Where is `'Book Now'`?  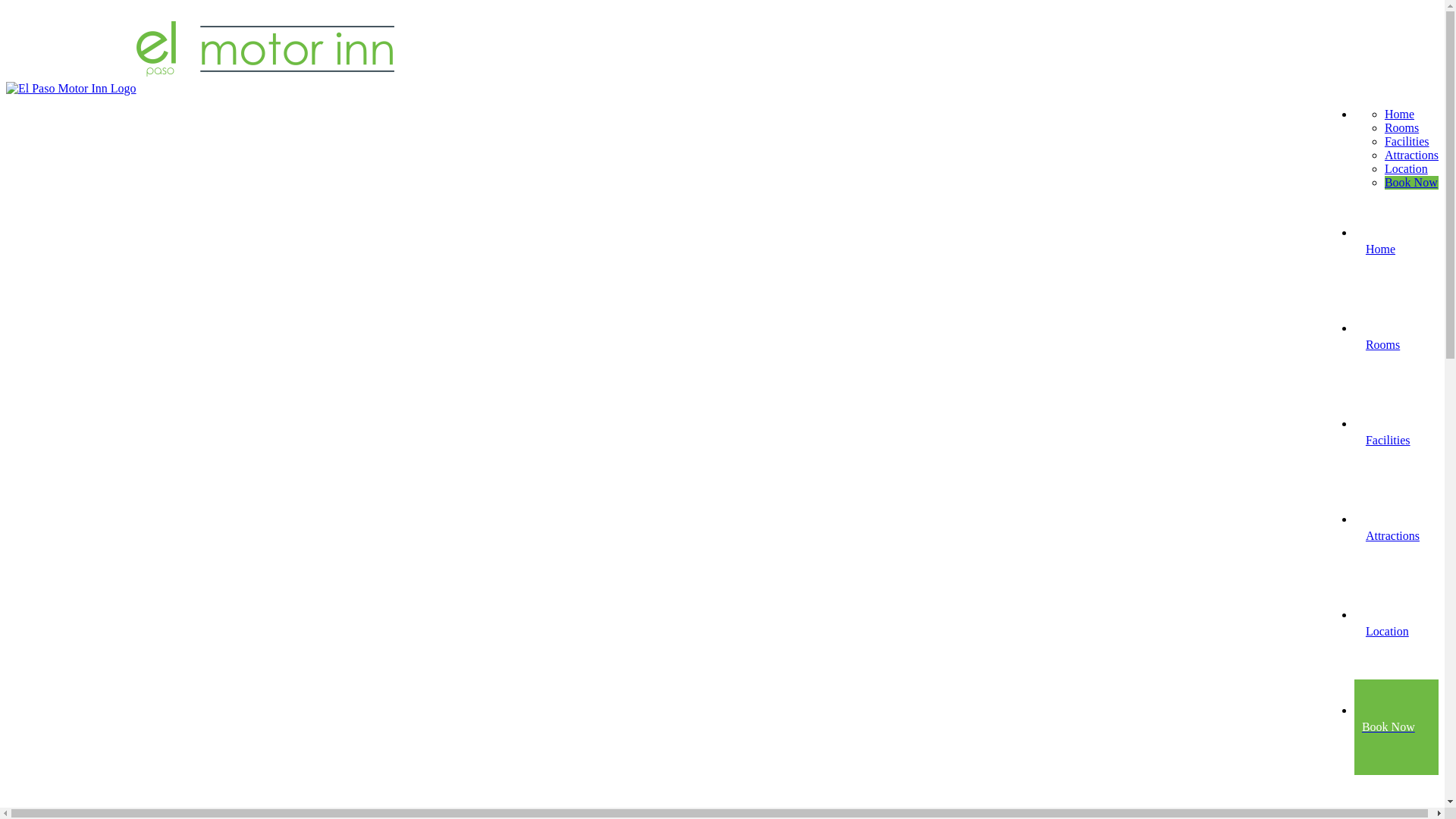
'Book Now' is located at coordinates (1395, 726).